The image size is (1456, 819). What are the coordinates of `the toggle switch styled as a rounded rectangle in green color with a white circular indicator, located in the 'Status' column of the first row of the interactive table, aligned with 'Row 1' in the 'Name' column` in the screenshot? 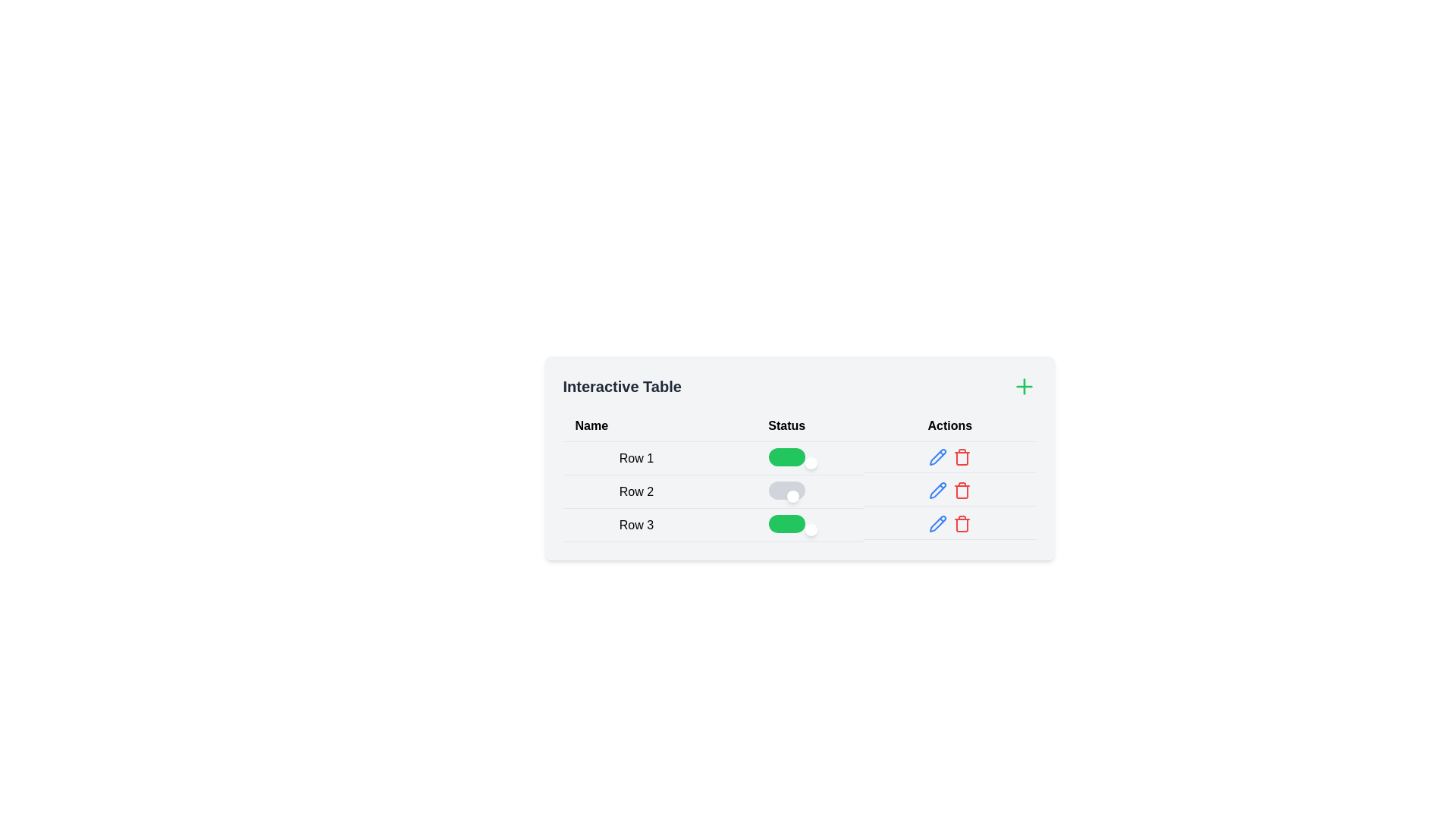 It's located at (786, 456).